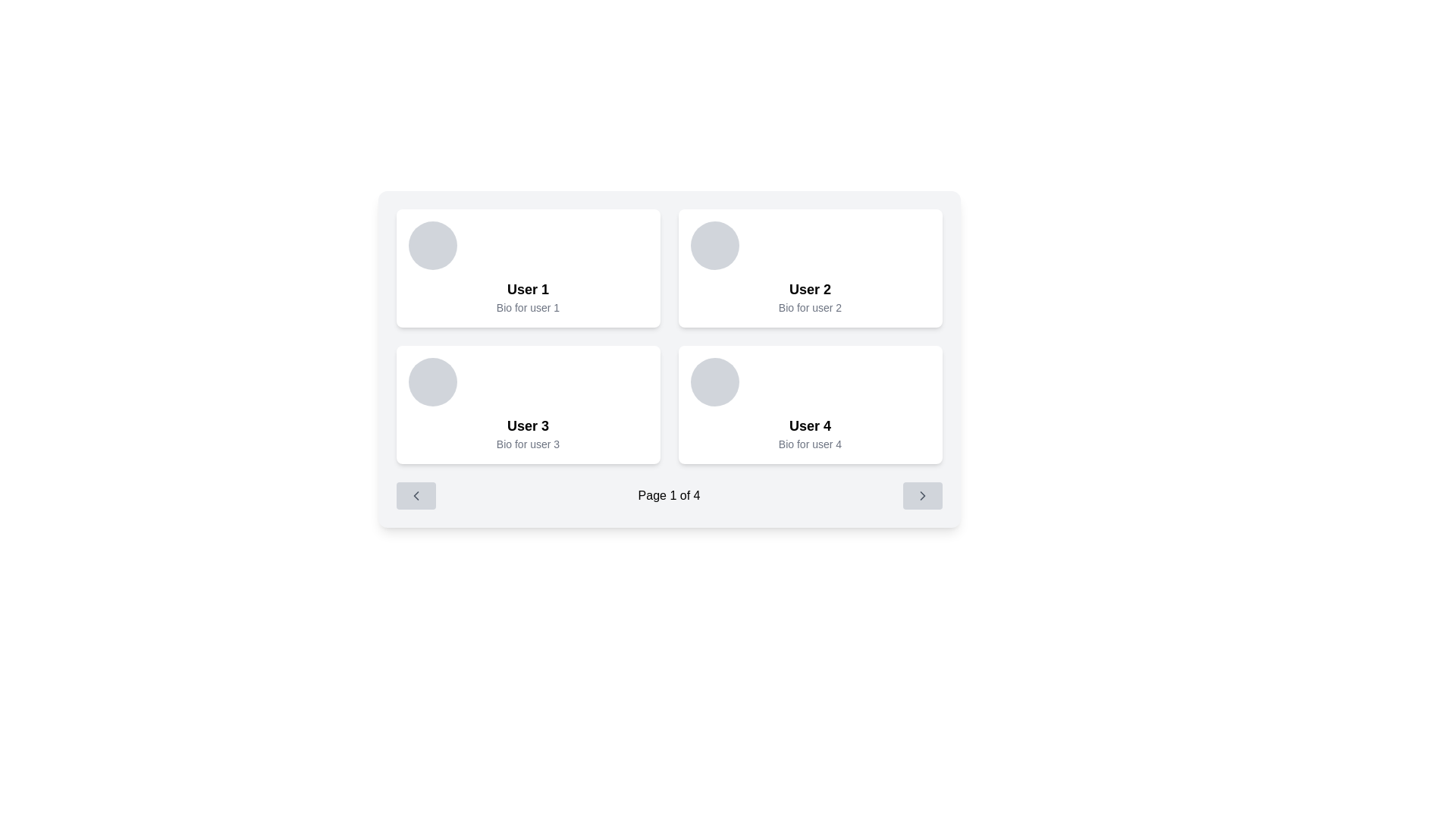 The width and height of the screenshot is (1456, 819). I want to click on the user profile card displaying the user's name and bio, located in the top-left corner of the grid layout, so click(528, 268).